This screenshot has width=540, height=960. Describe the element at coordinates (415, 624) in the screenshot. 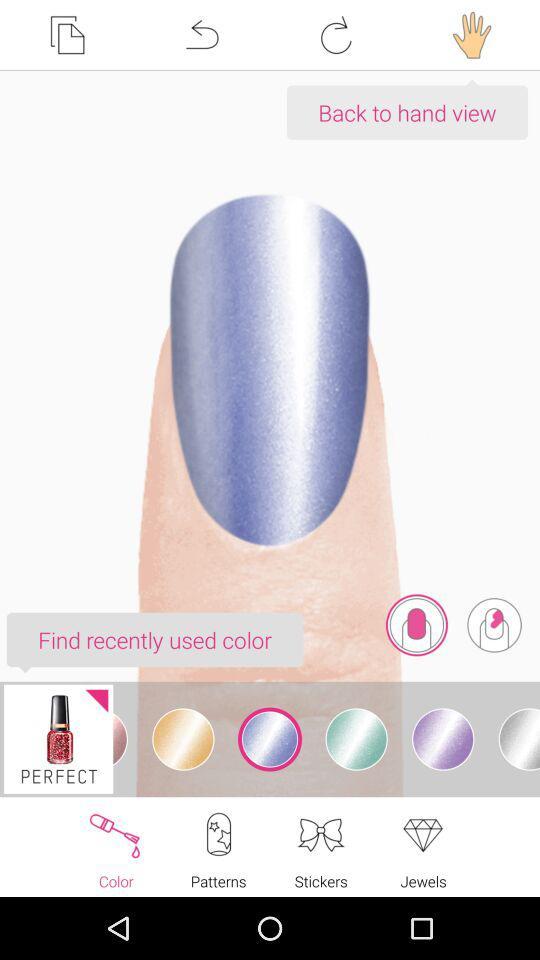

I see `icon below the back to hand icon` at that location.